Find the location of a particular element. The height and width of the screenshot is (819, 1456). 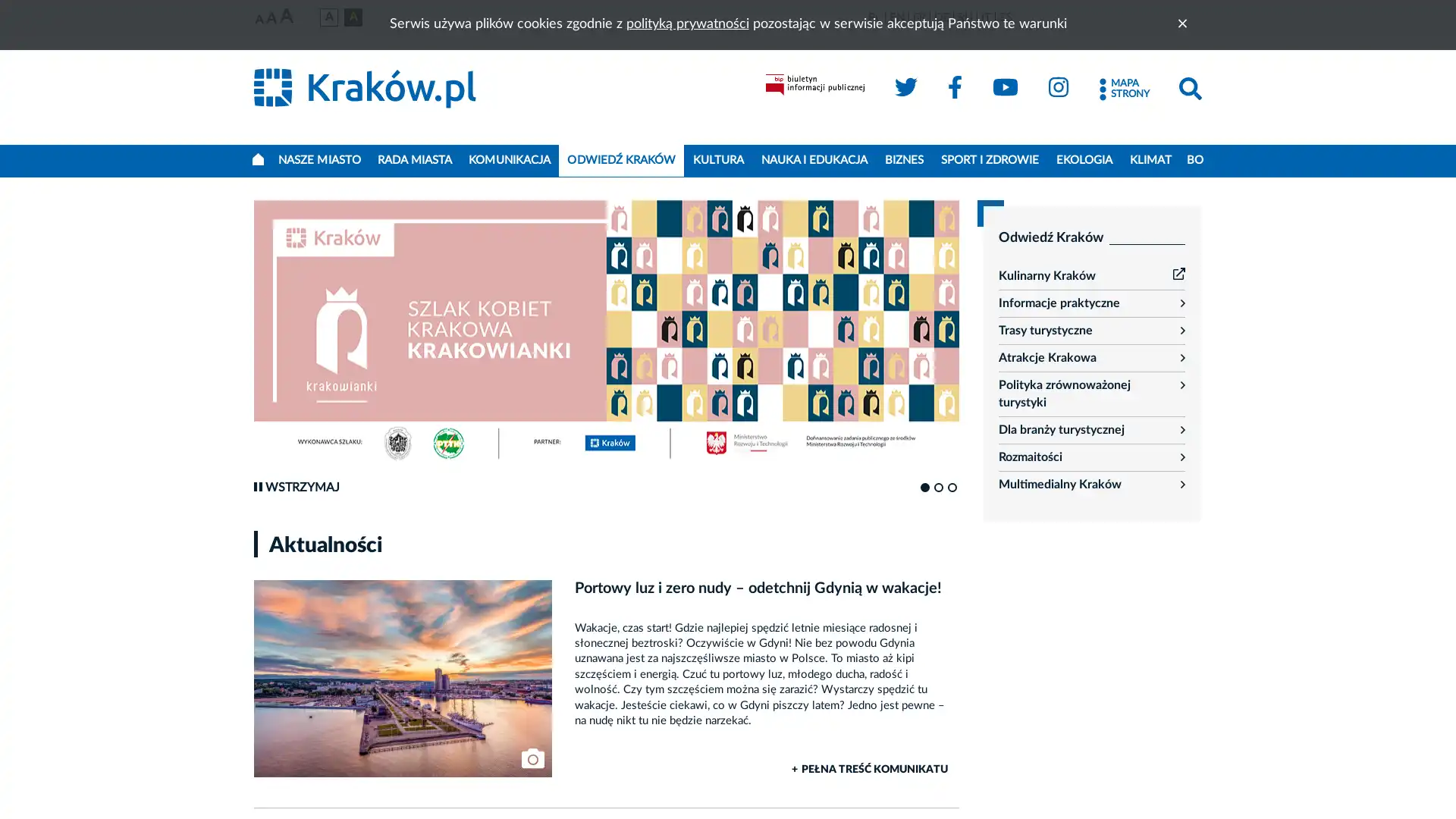

Go to slide 2 is located at coordinates (938, 488).